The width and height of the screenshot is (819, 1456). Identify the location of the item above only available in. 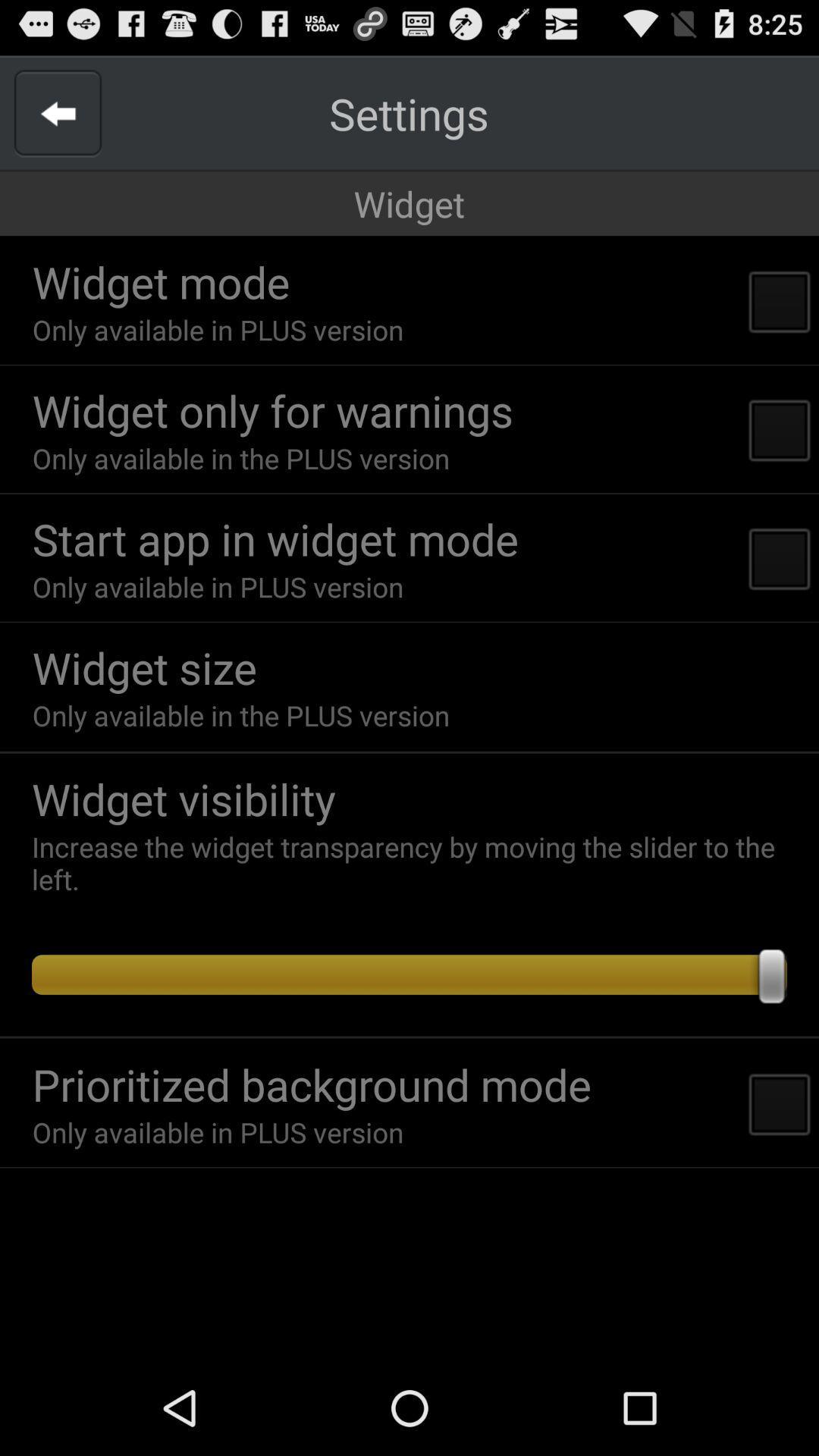
(144, 667).